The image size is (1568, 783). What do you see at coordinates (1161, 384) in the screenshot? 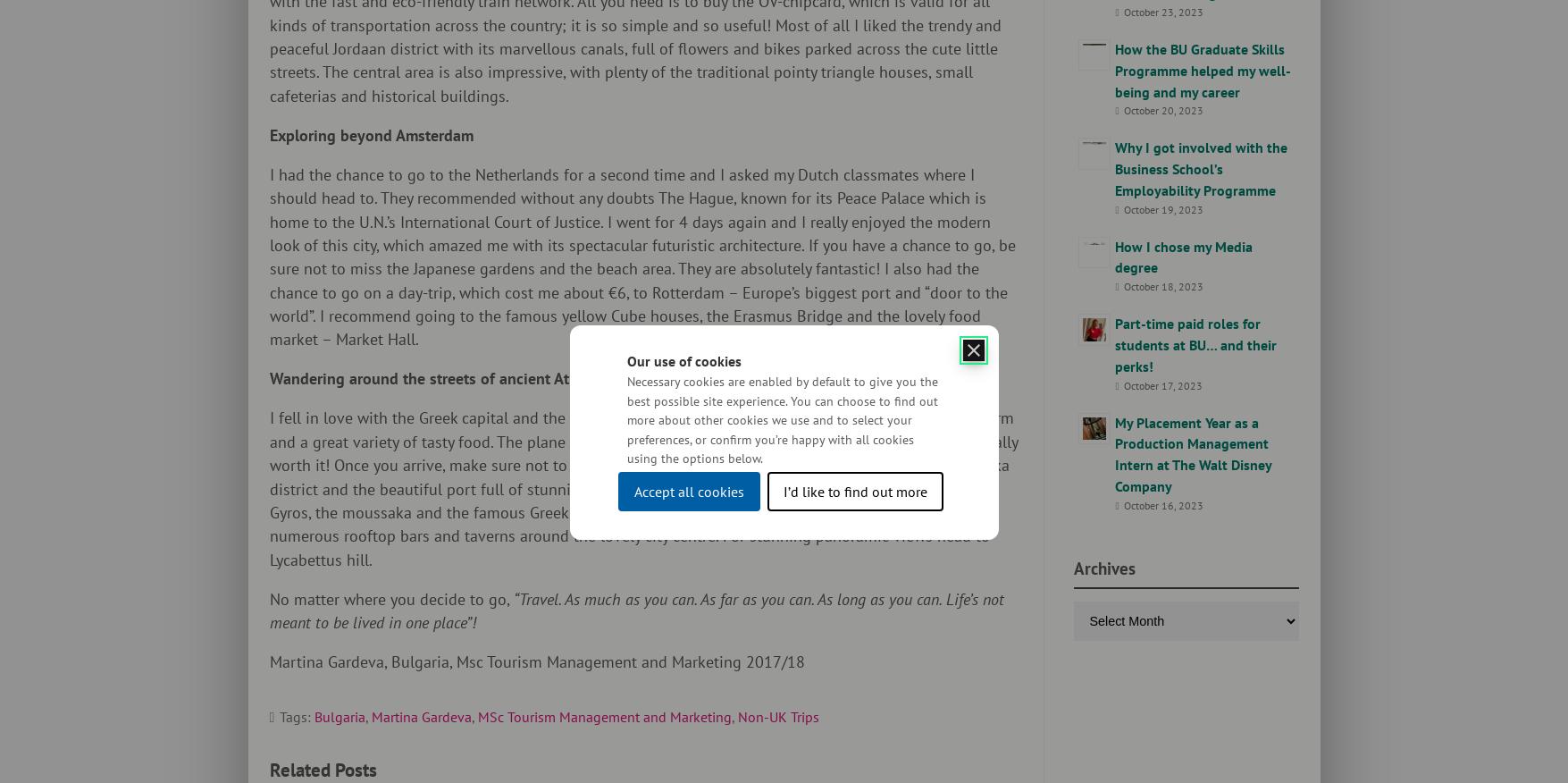
I see `'October 17, 2023'` at bounding box center [1161, 384].